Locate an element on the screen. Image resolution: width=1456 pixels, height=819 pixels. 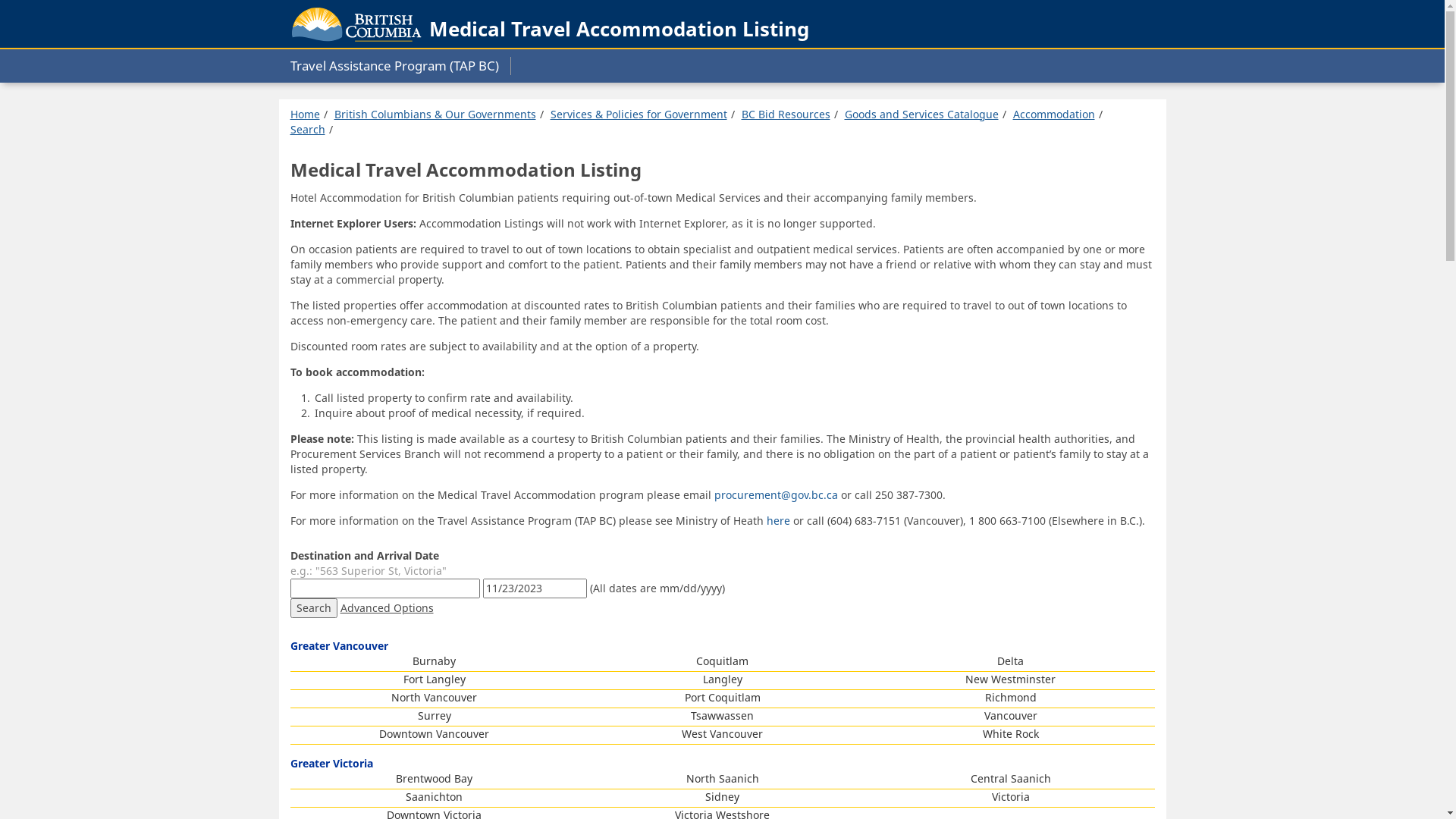
'Home' is located at coordinates (303, 113).